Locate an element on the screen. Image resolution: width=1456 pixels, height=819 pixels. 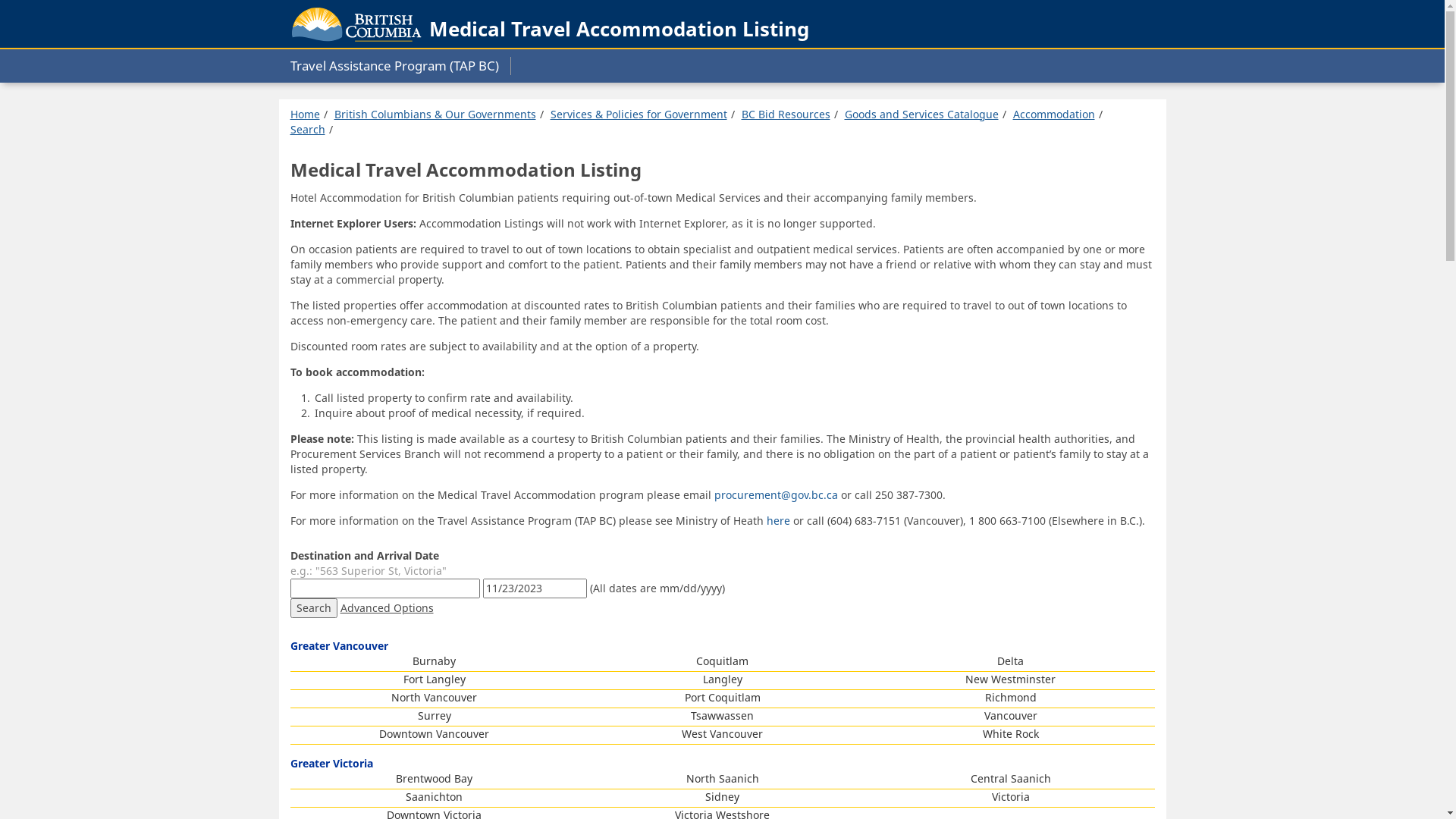
'Home' is located at coordinates (303, 113).